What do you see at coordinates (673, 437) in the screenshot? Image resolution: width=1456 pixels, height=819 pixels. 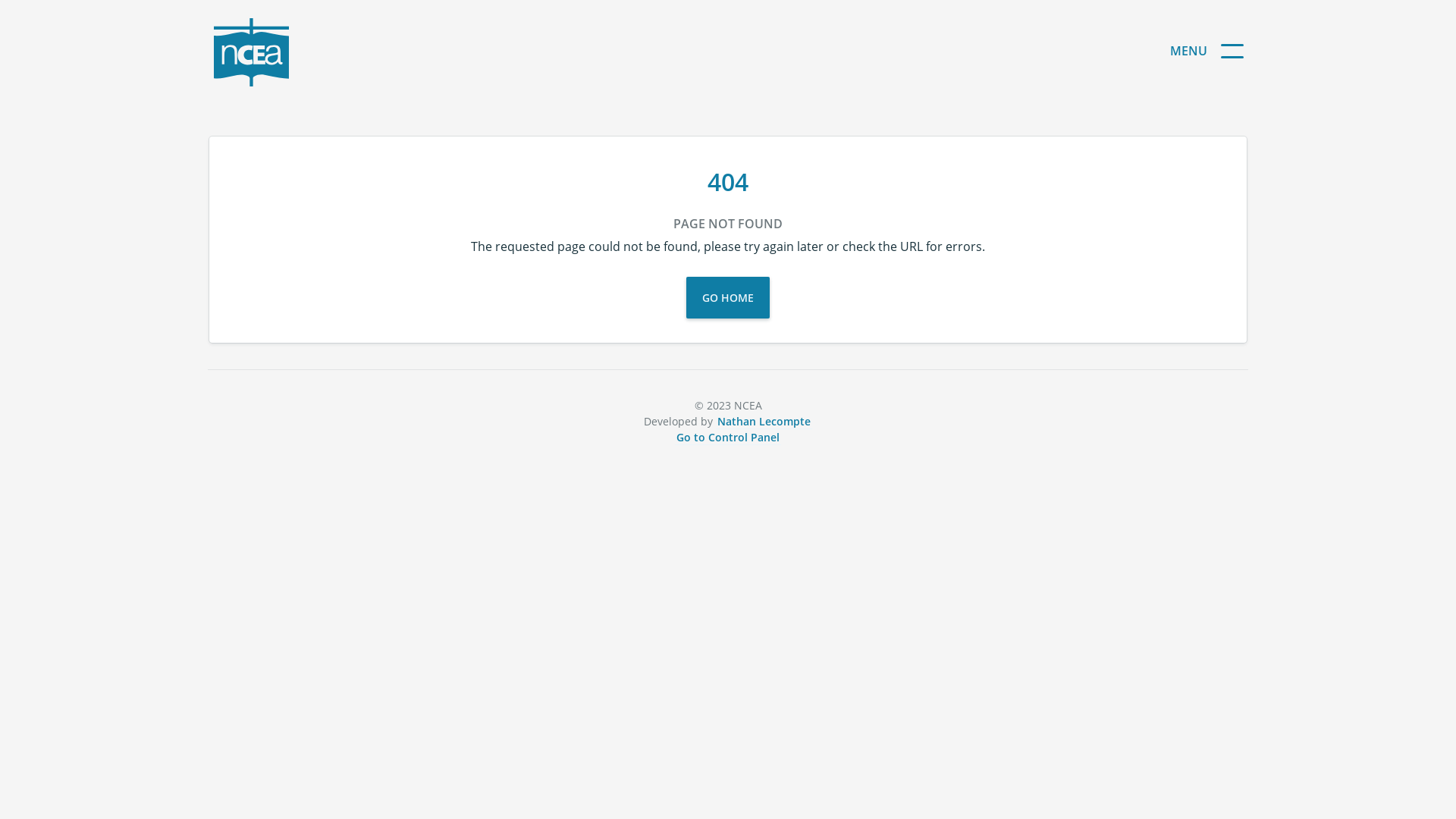 I see `'Go to Control Panel'` at bounding box center [673, 437].